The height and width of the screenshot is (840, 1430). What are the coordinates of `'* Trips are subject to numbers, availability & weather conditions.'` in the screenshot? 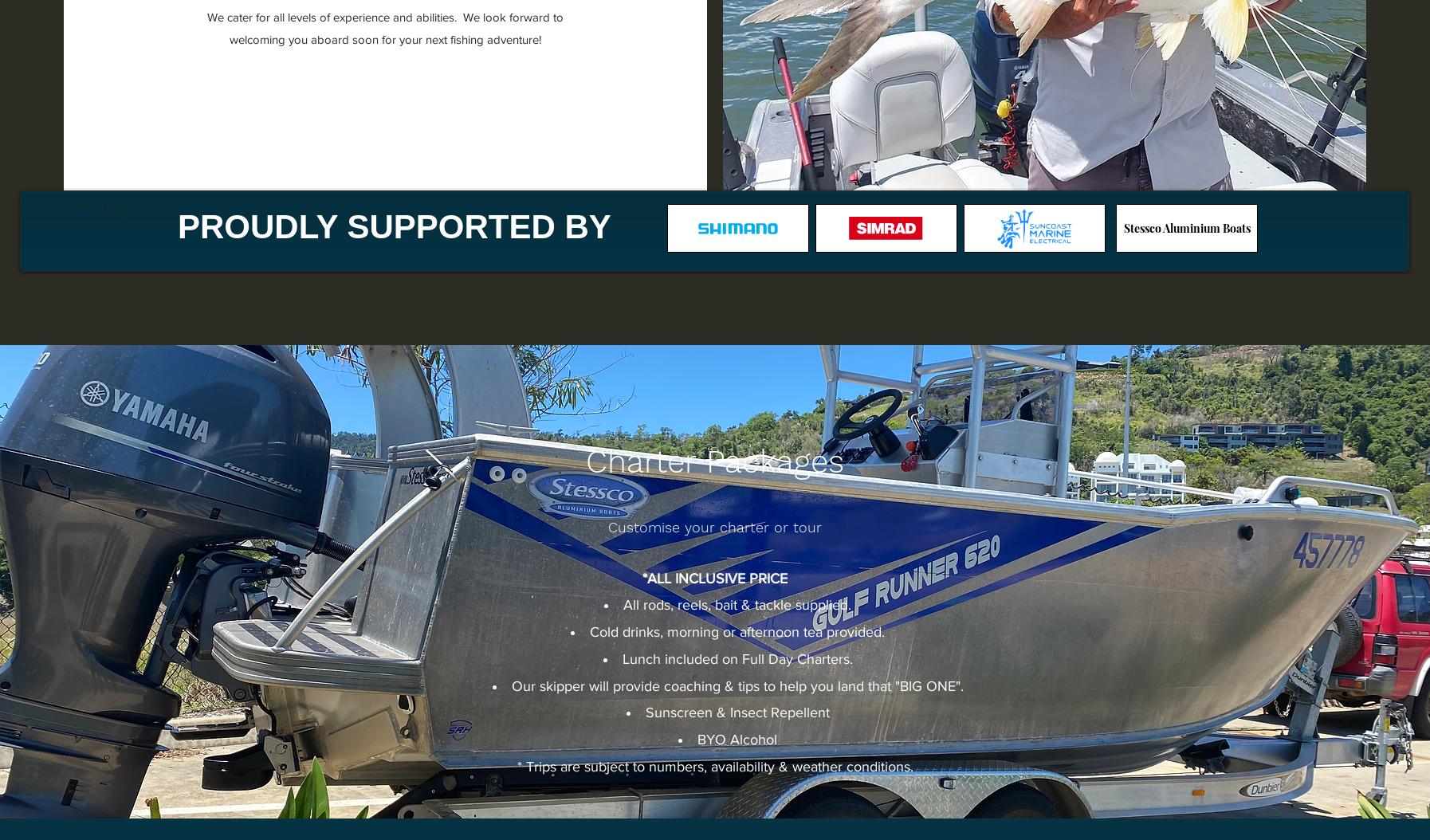 It's located at (516, 766).